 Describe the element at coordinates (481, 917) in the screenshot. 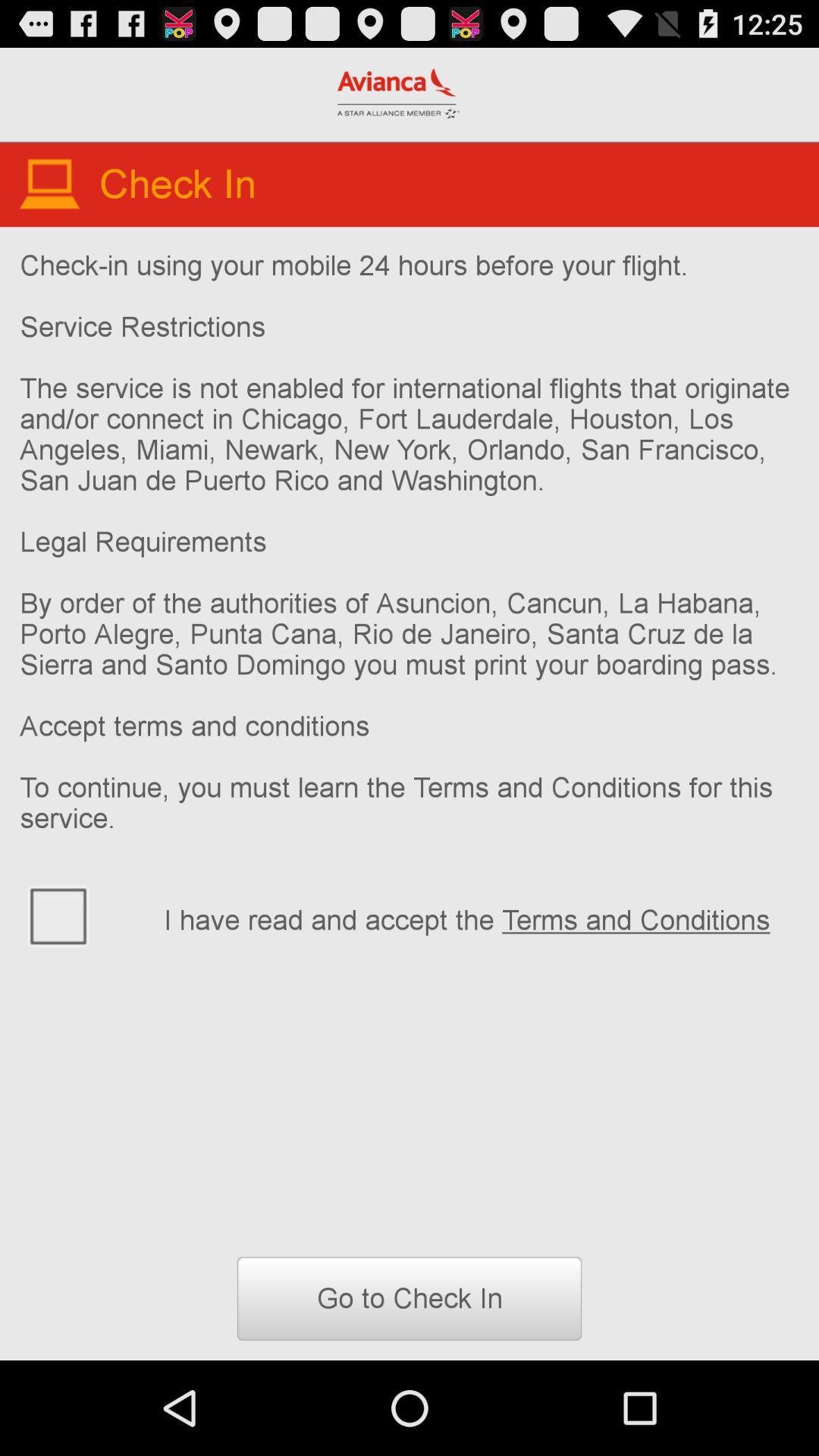

I see `i have read app` at that location.